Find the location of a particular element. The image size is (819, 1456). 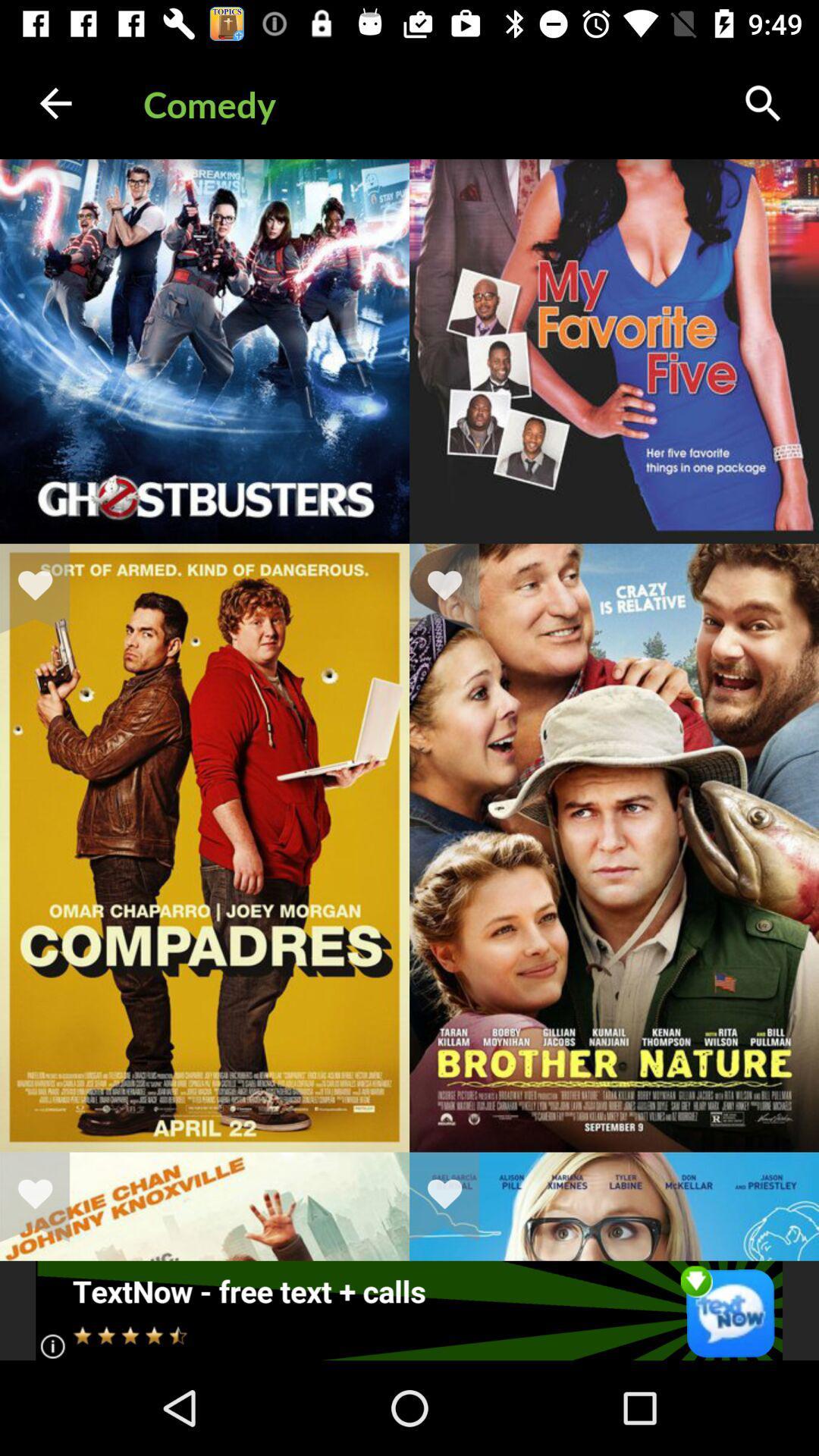

give like is located at coordinates (453, 1196).